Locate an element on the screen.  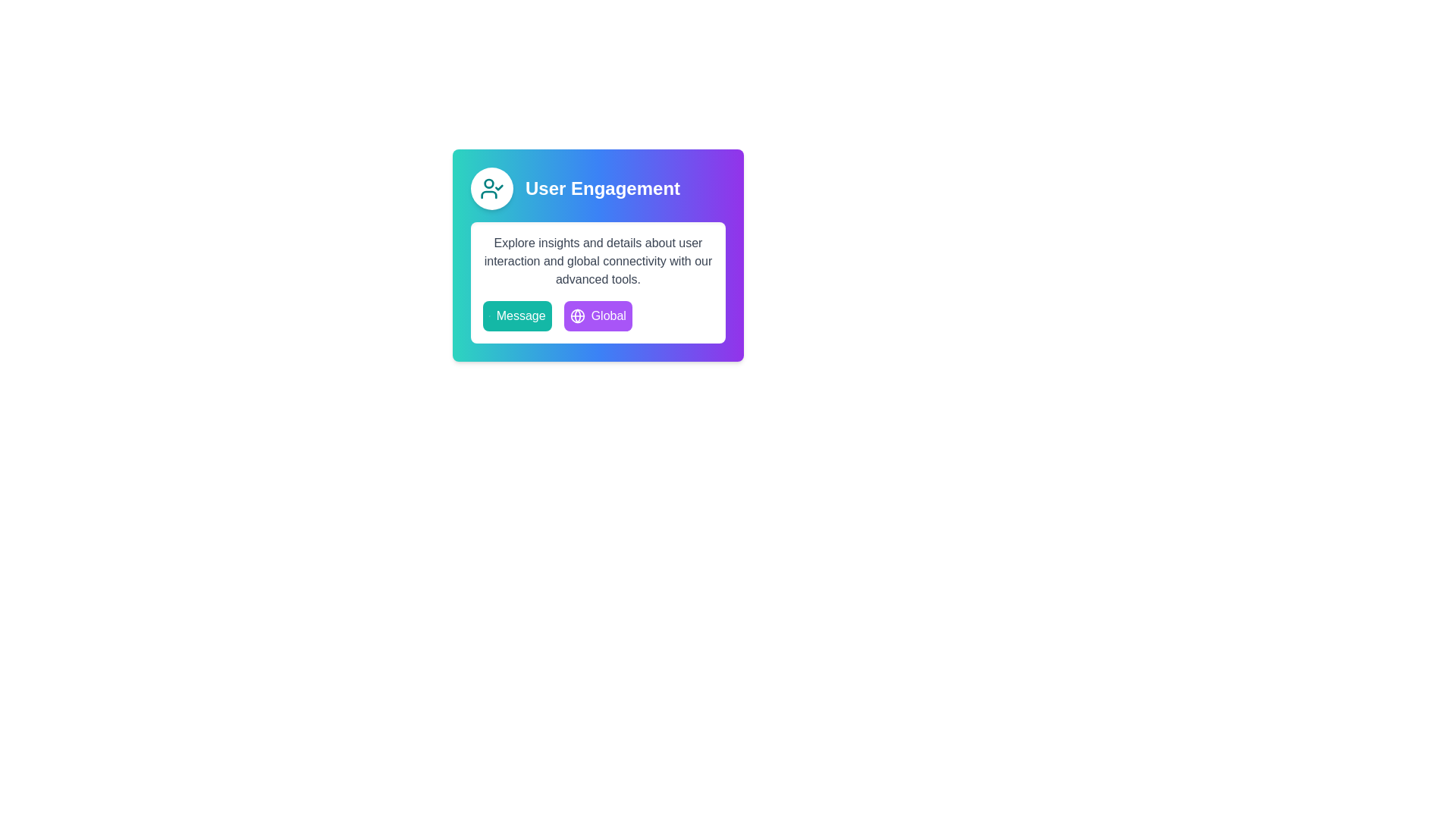
the rectangular button with a purple background labeled 'Global' is located at coordinates (597, 315).